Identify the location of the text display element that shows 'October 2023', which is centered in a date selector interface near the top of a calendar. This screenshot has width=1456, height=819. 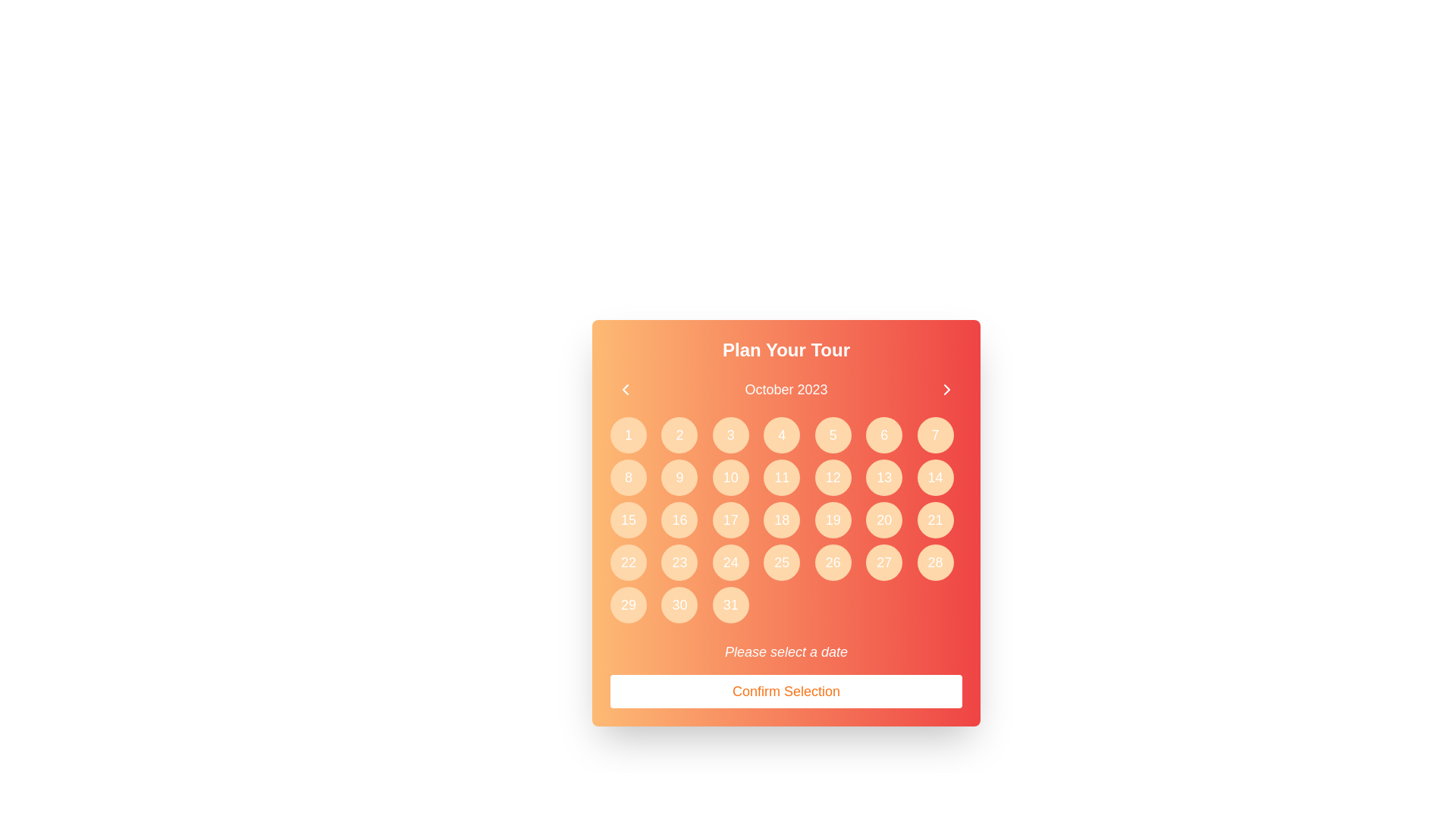
(786, 388).